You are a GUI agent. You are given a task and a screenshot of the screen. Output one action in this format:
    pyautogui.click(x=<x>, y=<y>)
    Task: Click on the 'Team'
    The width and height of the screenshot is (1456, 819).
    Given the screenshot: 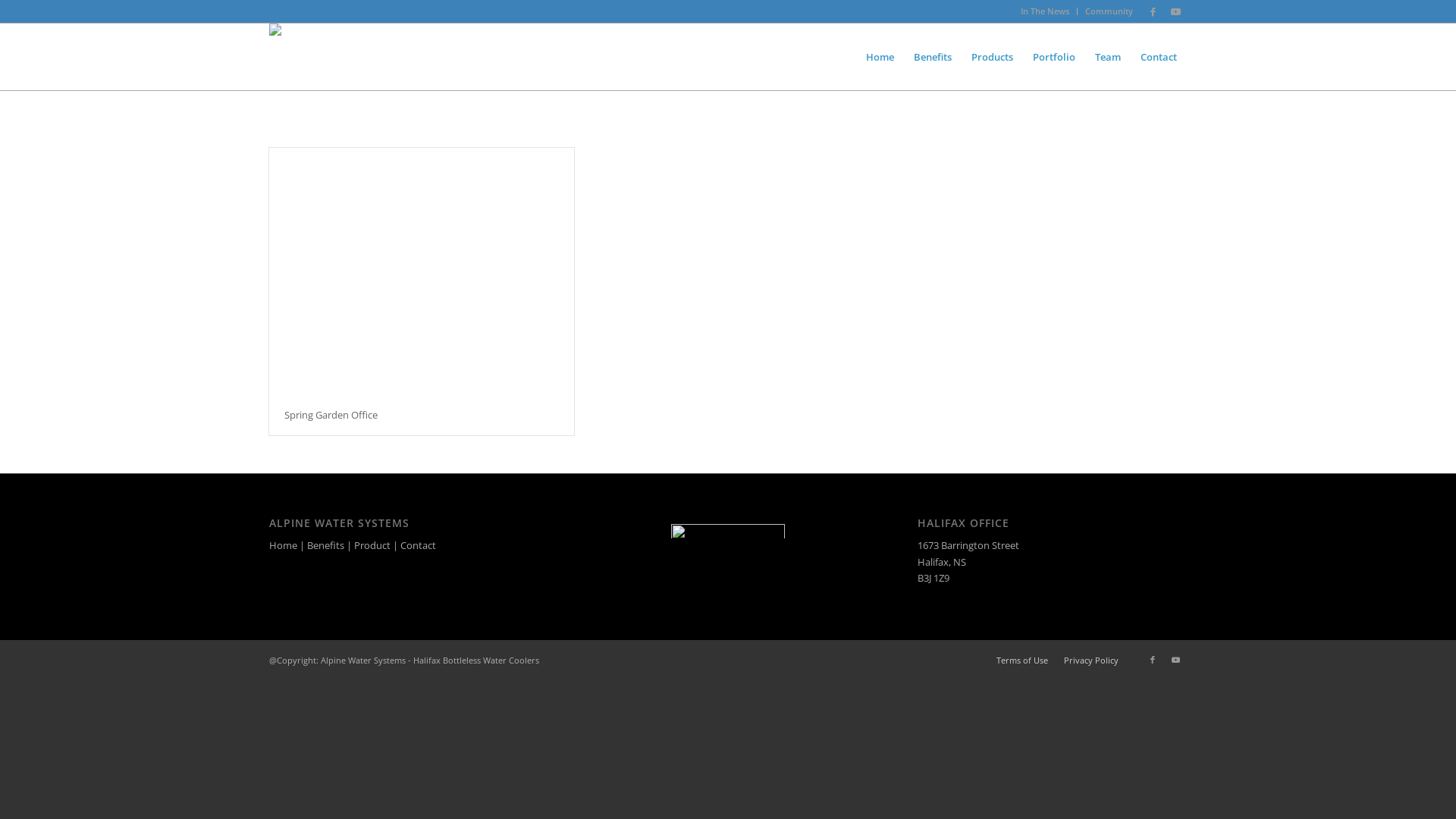 What is the action you would take?
    pyautogui.click(x=1107, y=55)
    